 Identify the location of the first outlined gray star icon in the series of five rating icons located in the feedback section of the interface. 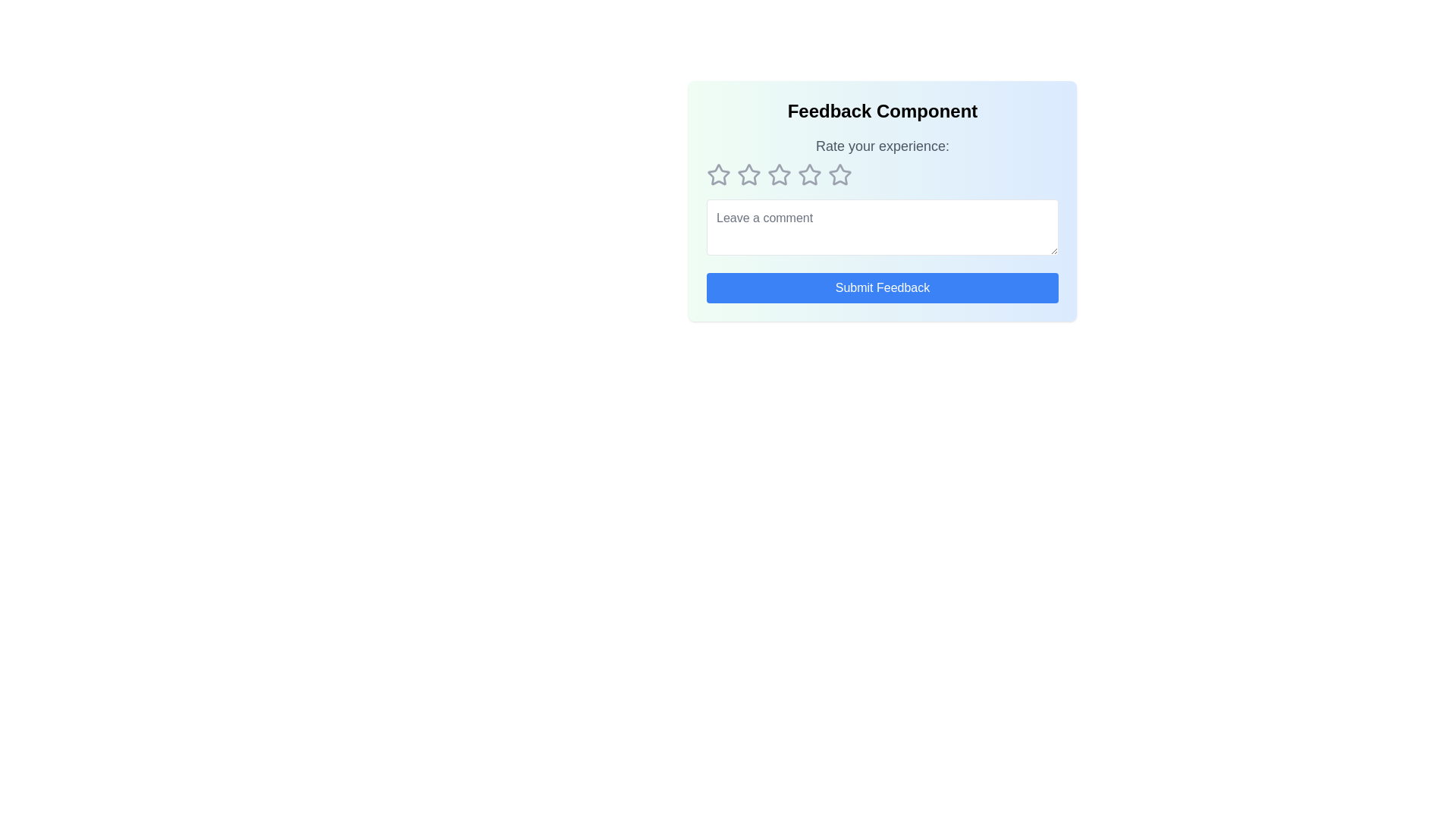
(718, 174).